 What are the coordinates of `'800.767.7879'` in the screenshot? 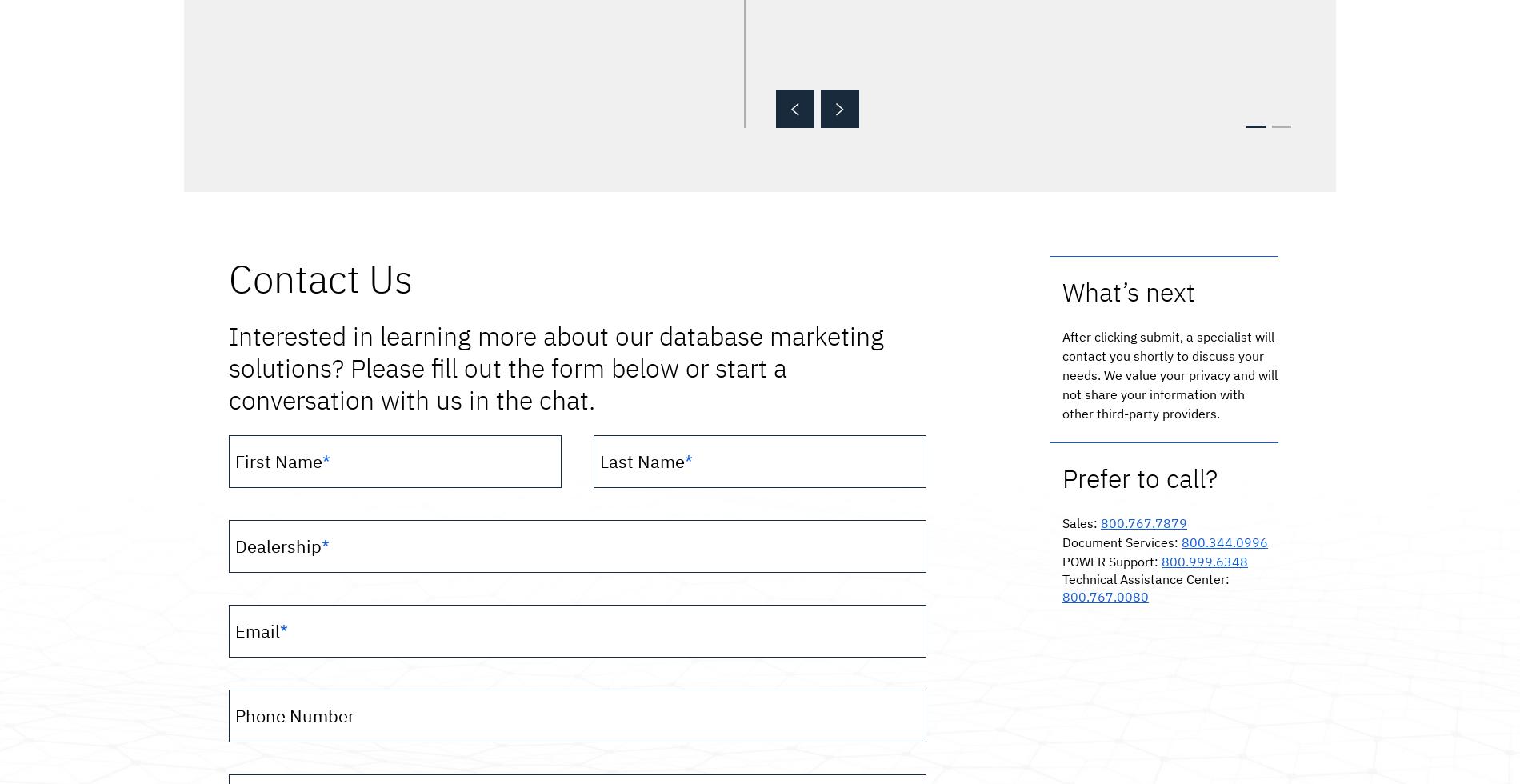 It's located at (1143, 522).